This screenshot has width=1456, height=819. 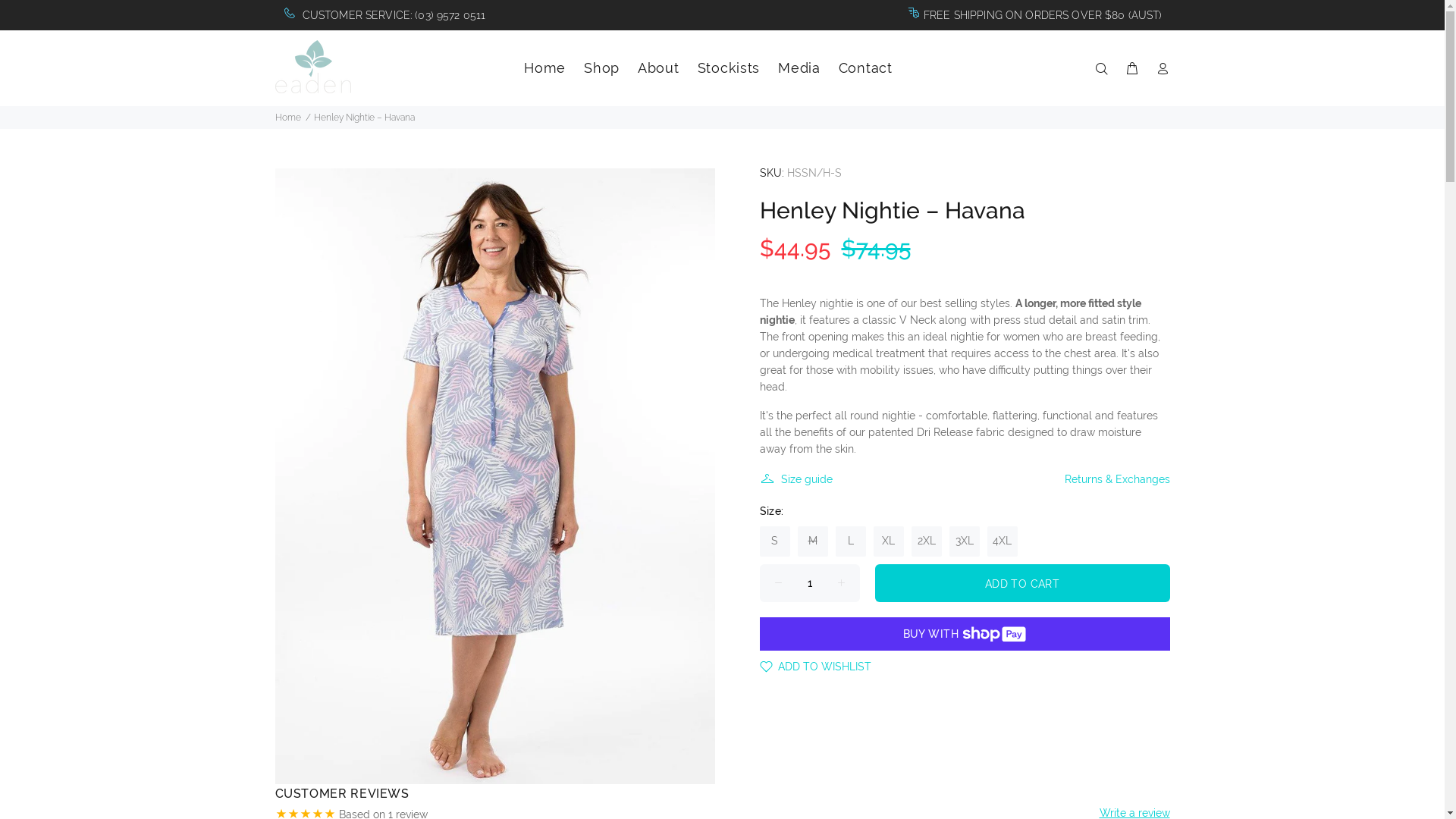 What do you see at coordinates (1022, 582) in the screenshot?
I see `'ADD TO CART'` at bounding box center [1022, 582].